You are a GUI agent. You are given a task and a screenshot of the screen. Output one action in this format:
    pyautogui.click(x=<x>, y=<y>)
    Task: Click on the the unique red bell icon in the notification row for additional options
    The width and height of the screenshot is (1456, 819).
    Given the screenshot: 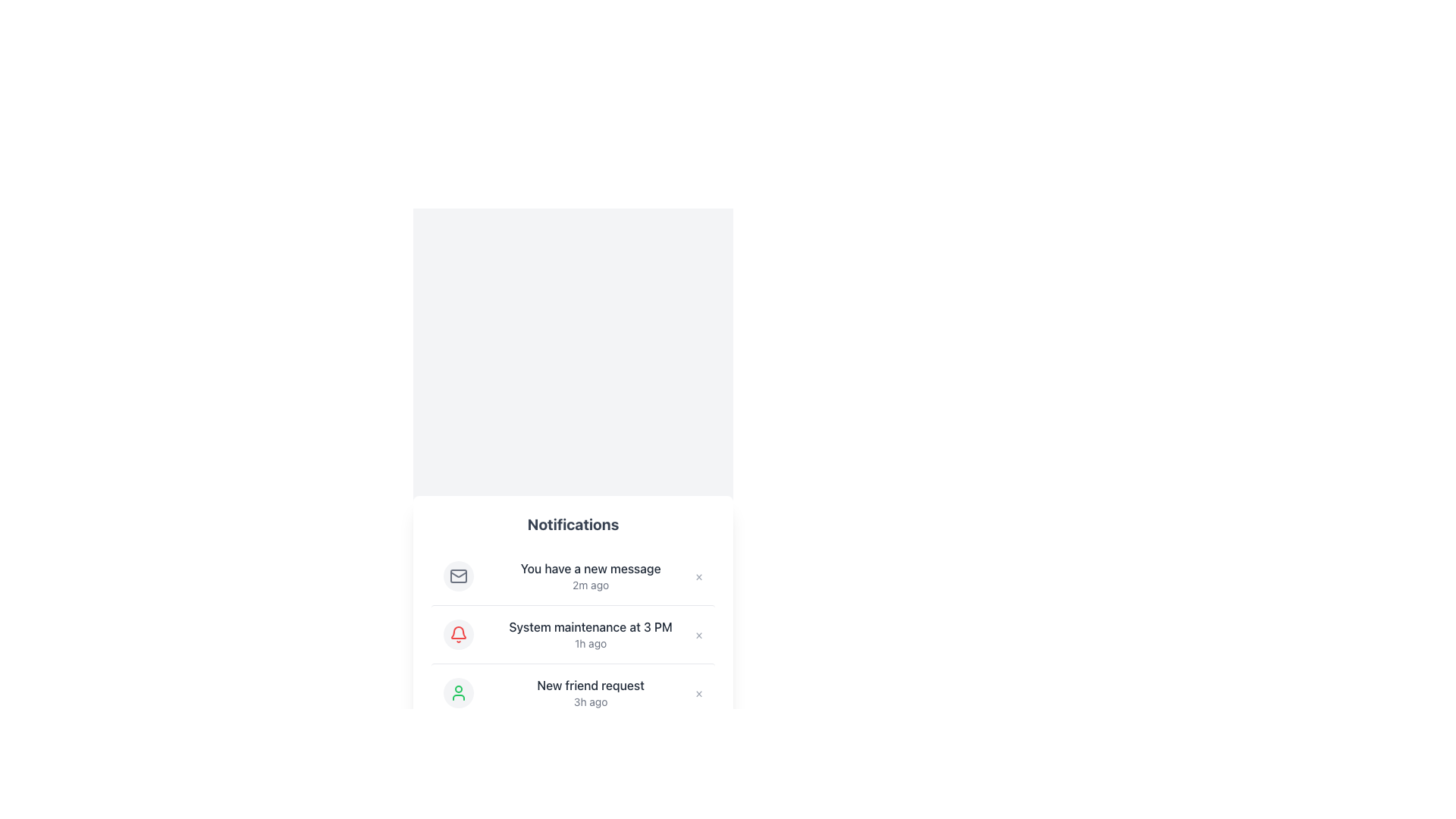 What is the action you would take?
    pyautogui.click(x=457, y=635)
    